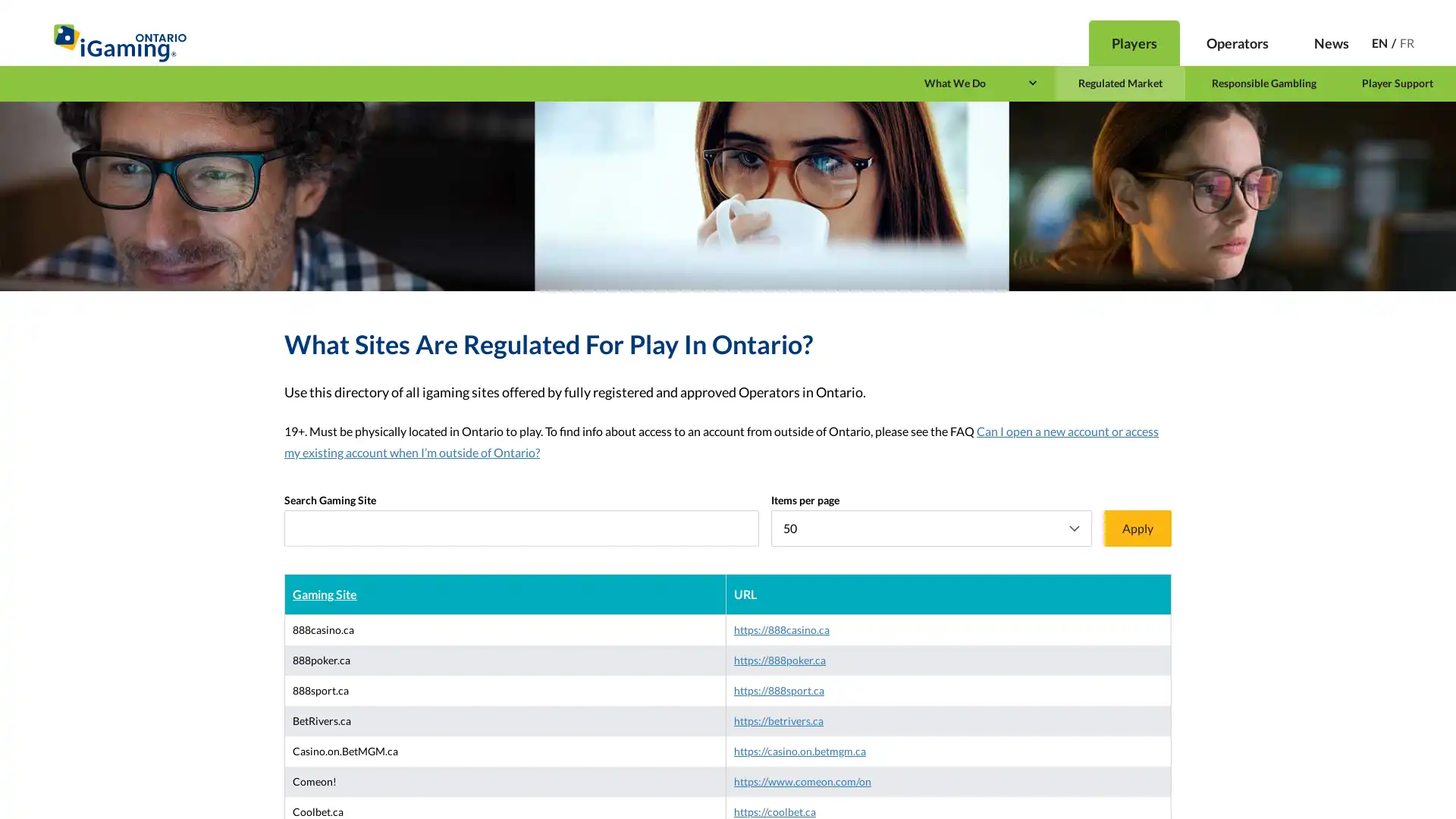  I want to click on Apply, so click(1137, 528).